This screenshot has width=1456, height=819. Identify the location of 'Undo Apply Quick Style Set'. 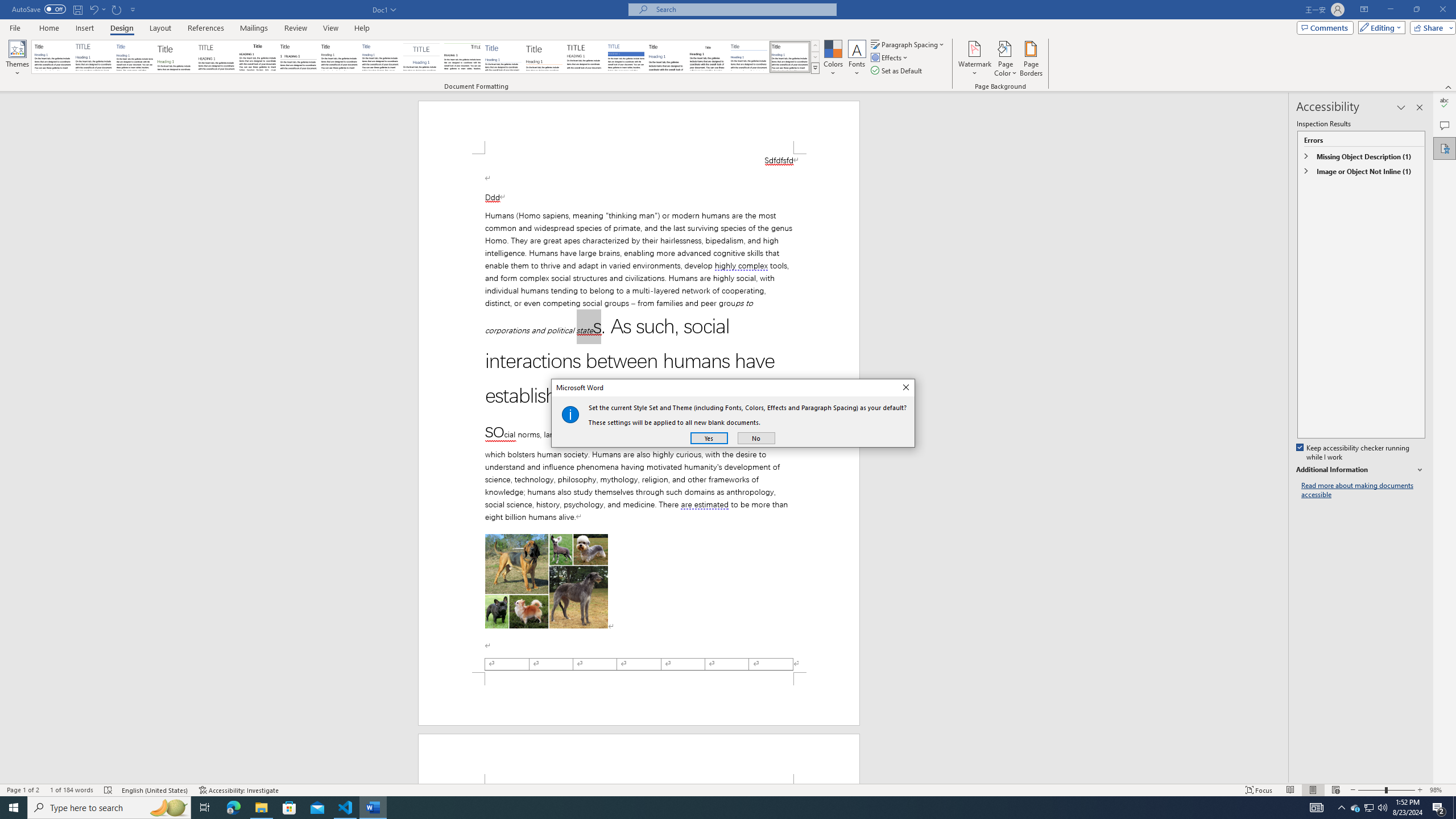
(93, 9).